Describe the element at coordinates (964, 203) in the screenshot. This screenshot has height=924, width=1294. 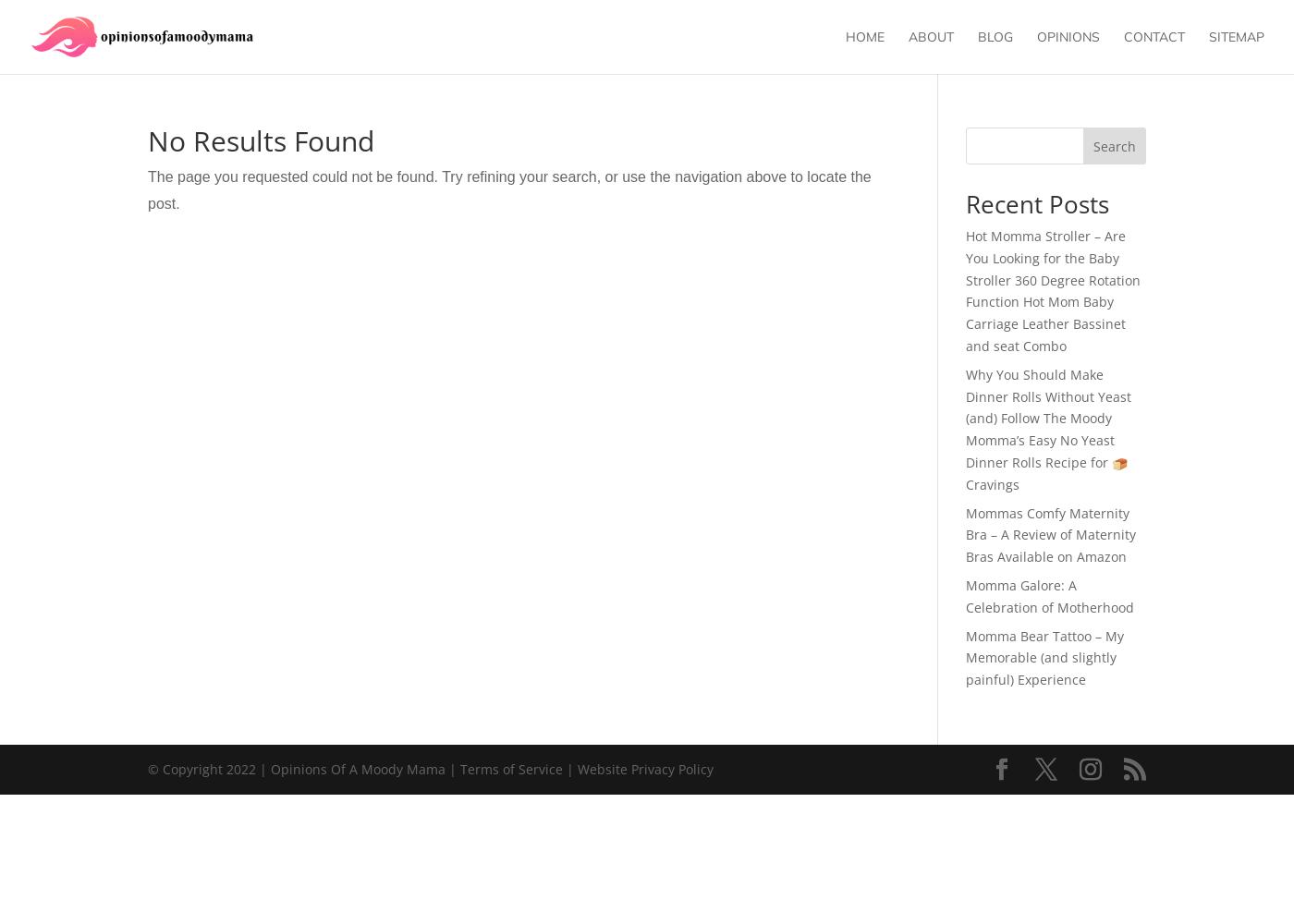
I see `'Recent Posts'` at that location.